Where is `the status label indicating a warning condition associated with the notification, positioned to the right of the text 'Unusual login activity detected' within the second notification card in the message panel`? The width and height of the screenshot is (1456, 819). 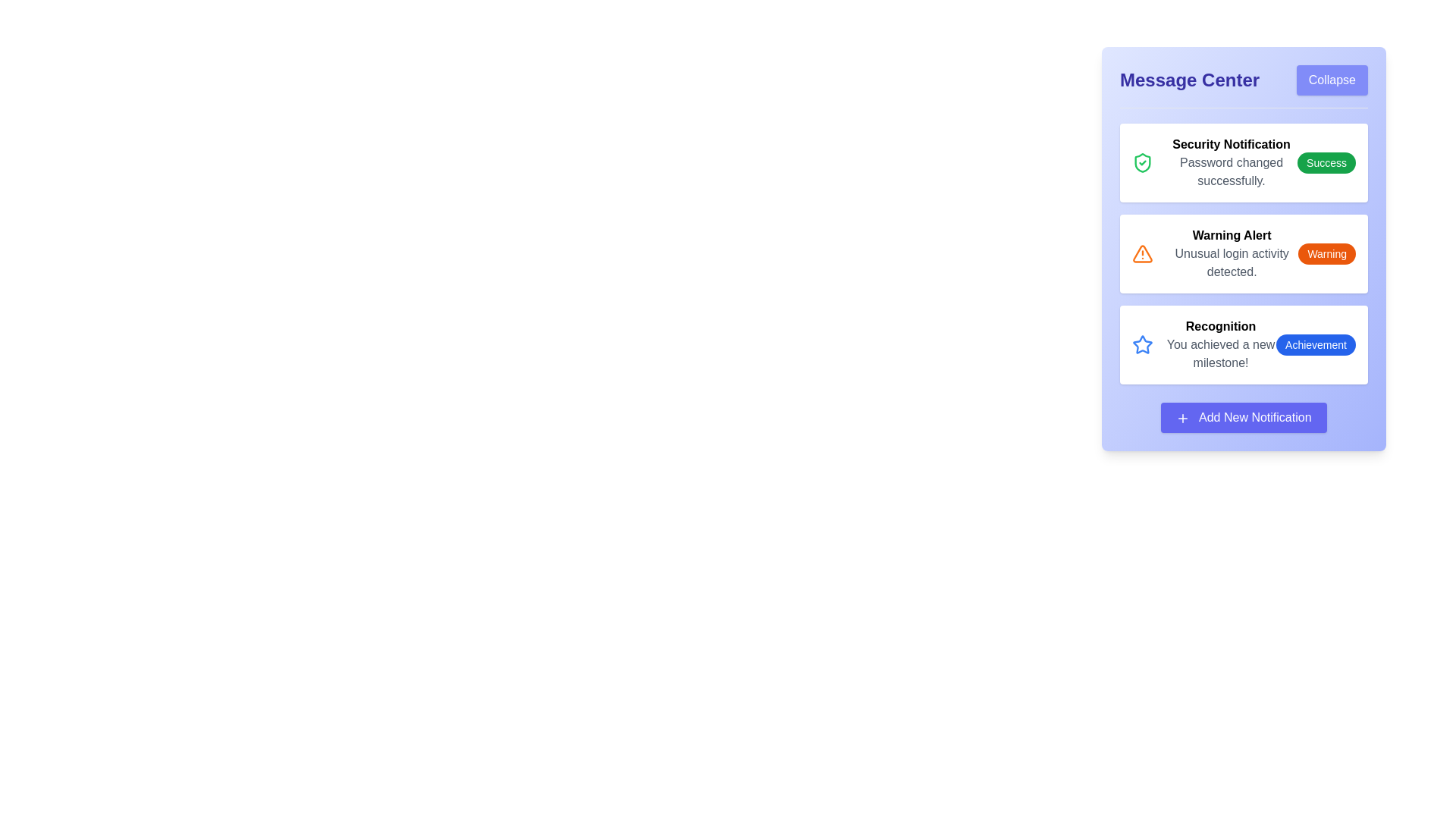
the status label indicating a warning condition associated with the notification, positioned to the right of the text 'Unusual login activity detected' within the second notification card in the message panel is located at coordinates (1326, 253).